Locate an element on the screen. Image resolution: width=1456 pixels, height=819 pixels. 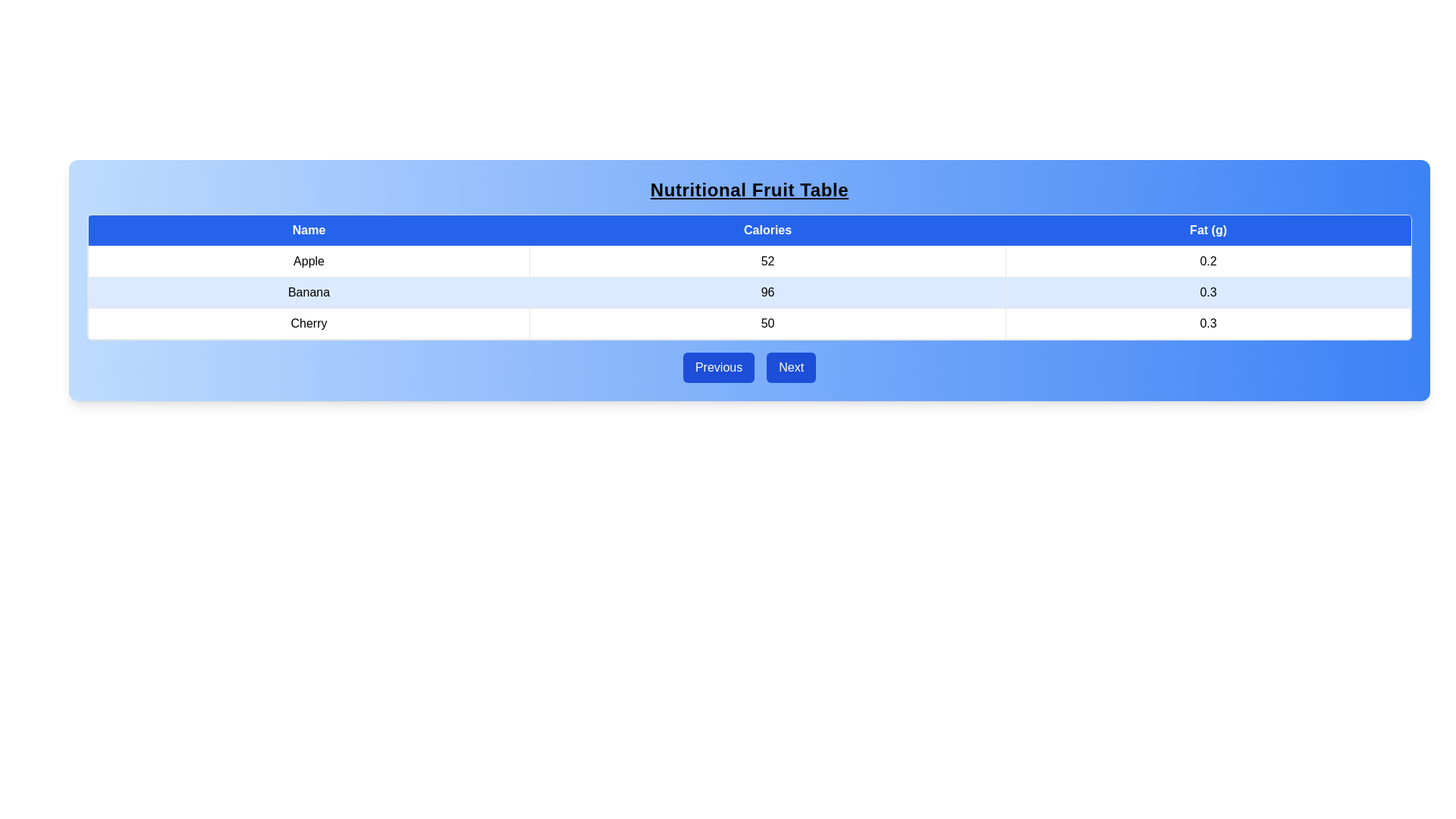
the 'Calories' table header is located at coordinates (767, 231).